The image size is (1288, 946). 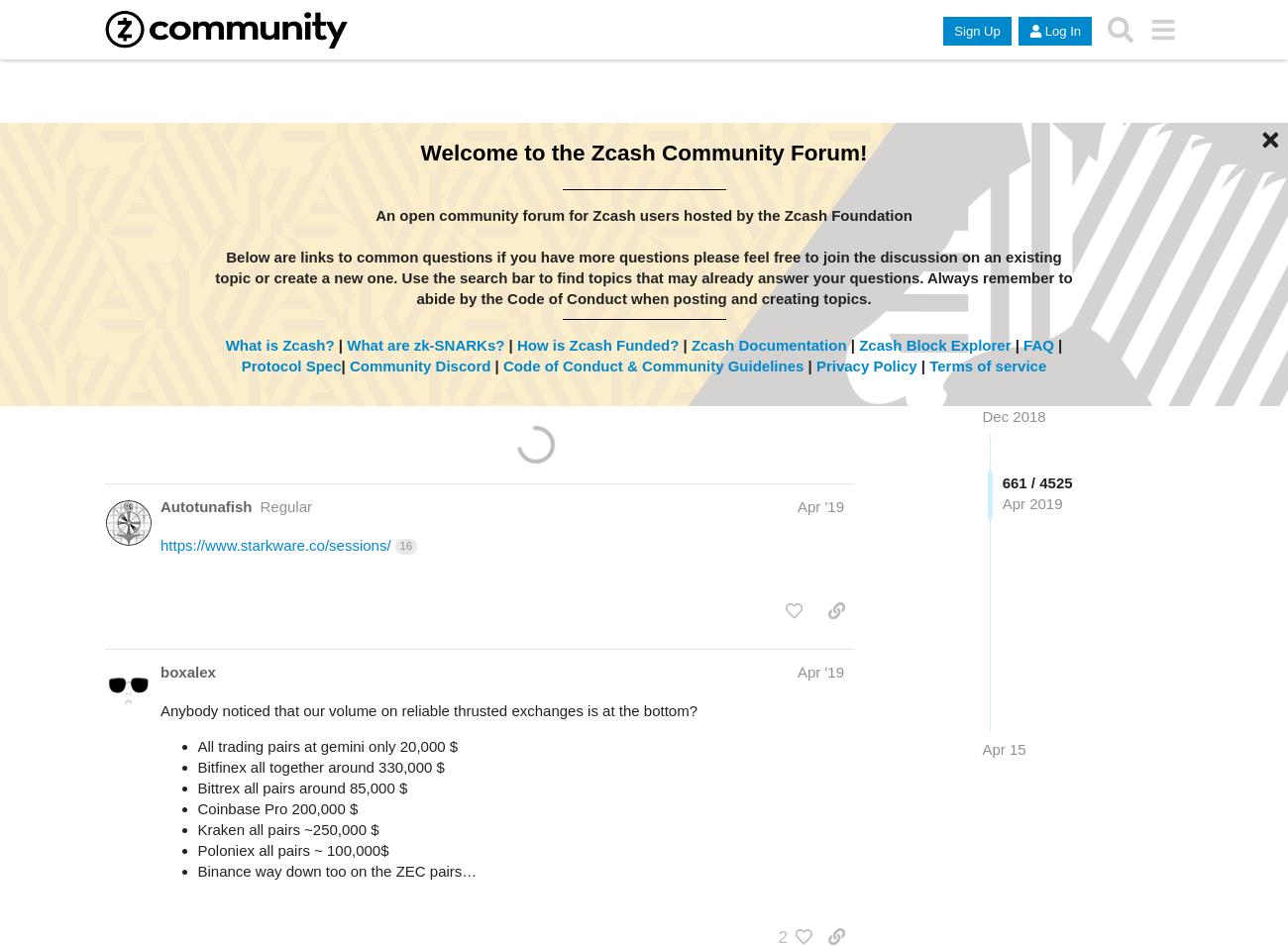 I want to click on 'Welcome to the Zcash Community Forum!', so click(x=643, y=152).